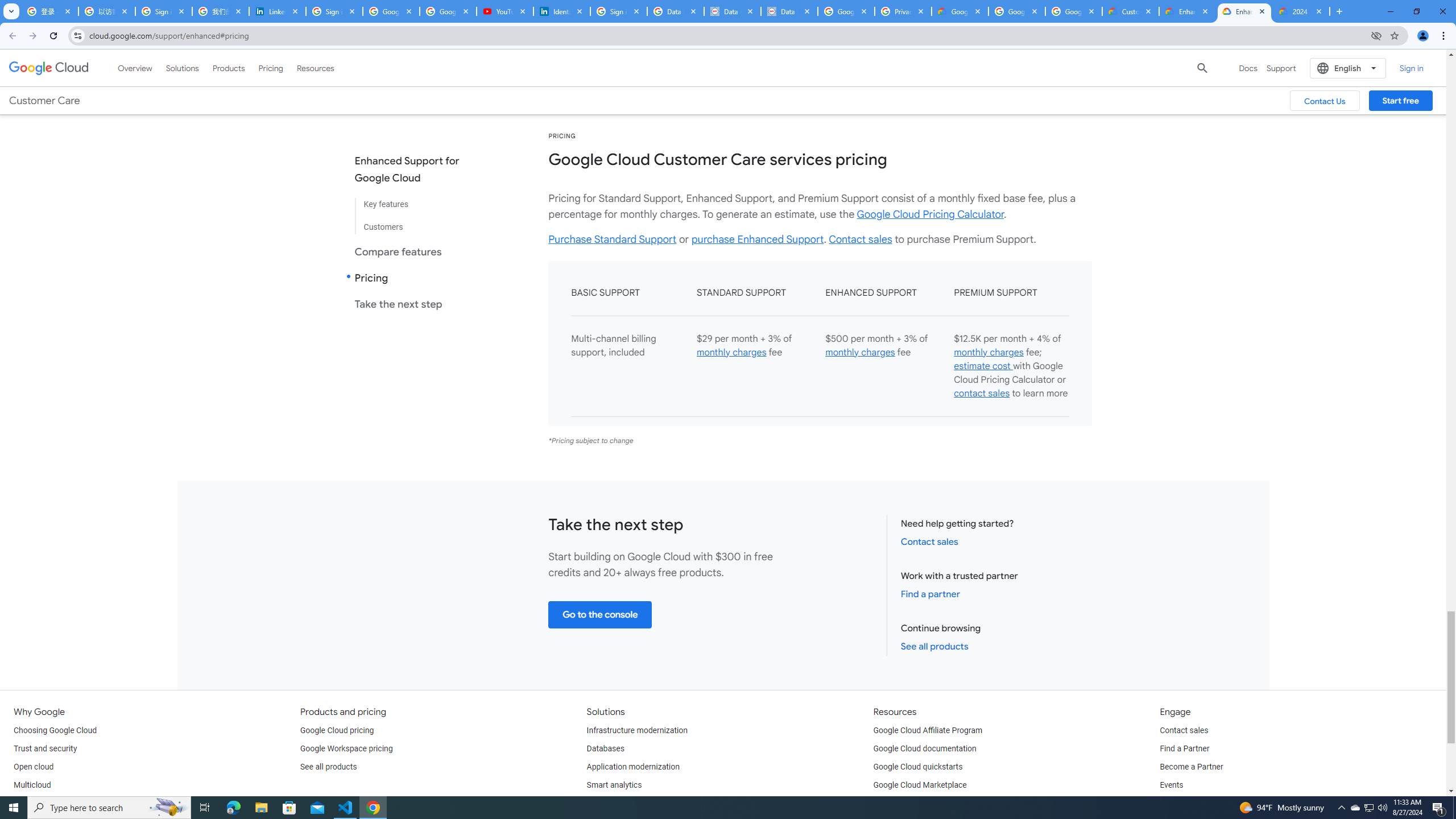 The height and width of the screenshot is (819, 1456). What do you see at coordinates (271, 67) in the screenshot?
I see `'Pricing'` at bounding box center [271, 67].